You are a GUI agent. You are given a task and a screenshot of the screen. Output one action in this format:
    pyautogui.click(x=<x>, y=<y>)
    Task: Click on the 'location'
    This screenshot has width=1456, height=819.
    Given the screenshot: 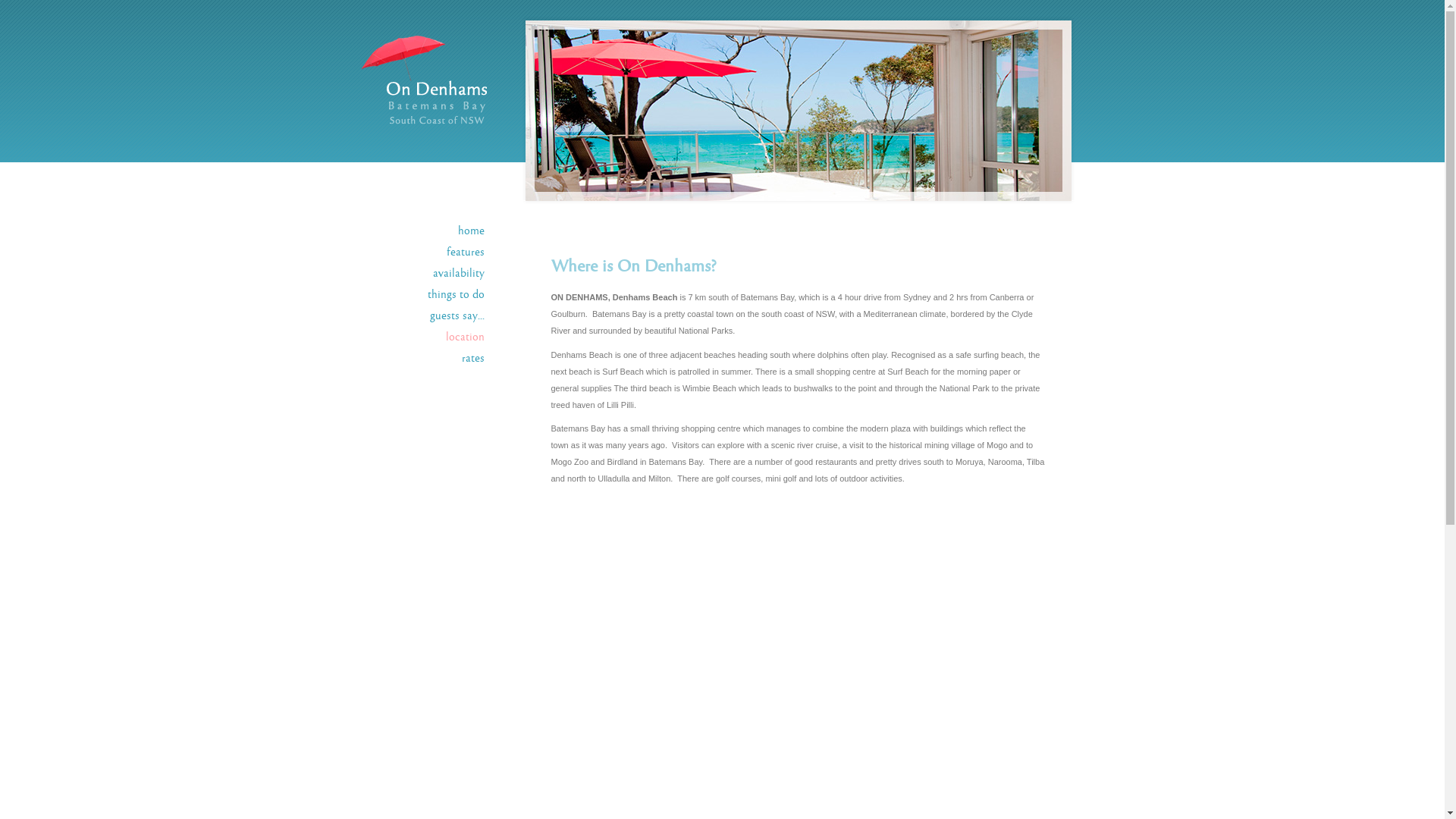 What is the action you would take?
    pyautogui.click(x=464, y=336)
    